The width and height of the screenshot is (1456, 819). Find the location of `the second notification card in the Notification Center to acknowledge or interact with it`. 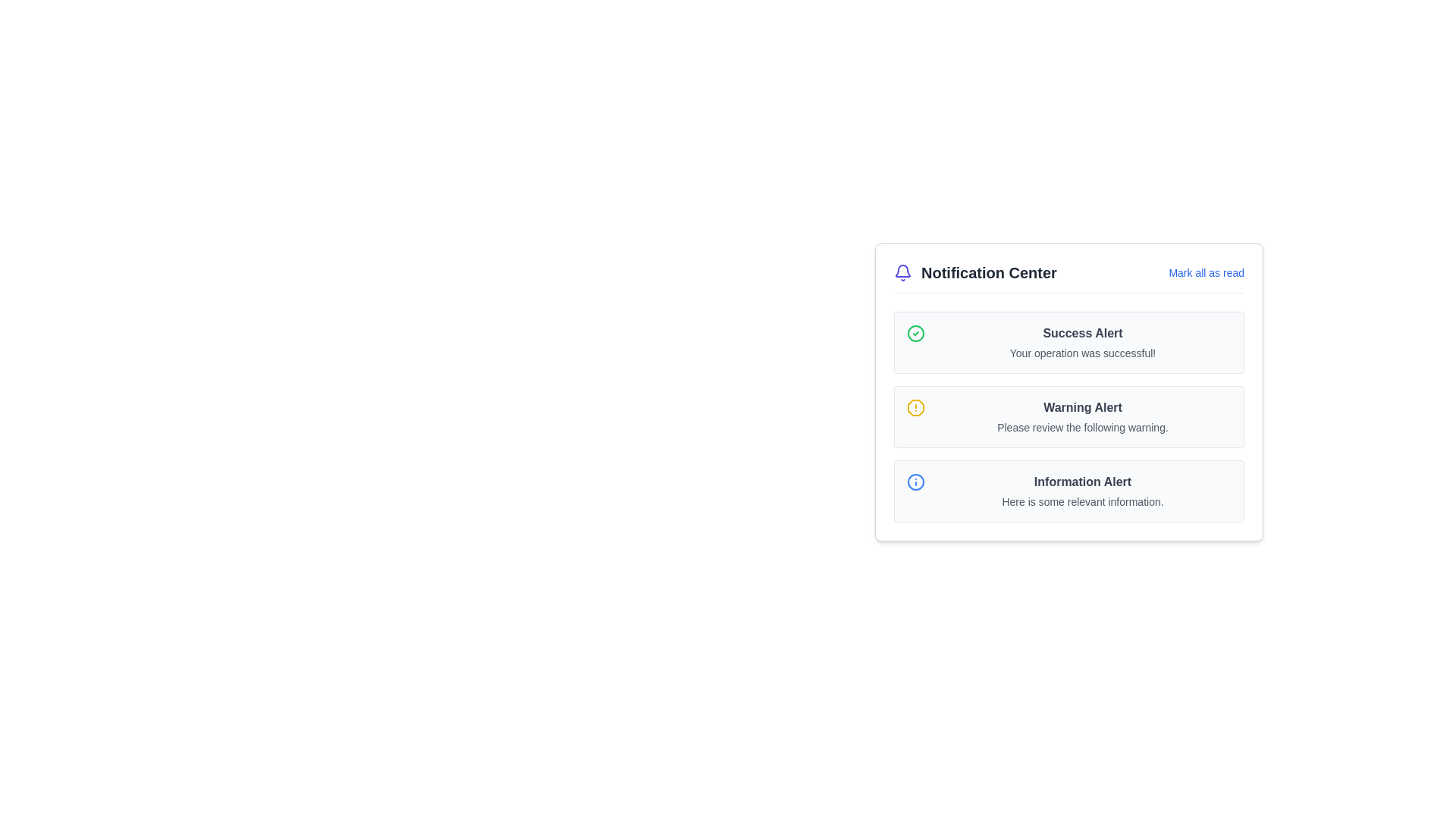

the second notification card in the Notification Center to acknowledge or interact with it is located at coordinates (1068, 391).